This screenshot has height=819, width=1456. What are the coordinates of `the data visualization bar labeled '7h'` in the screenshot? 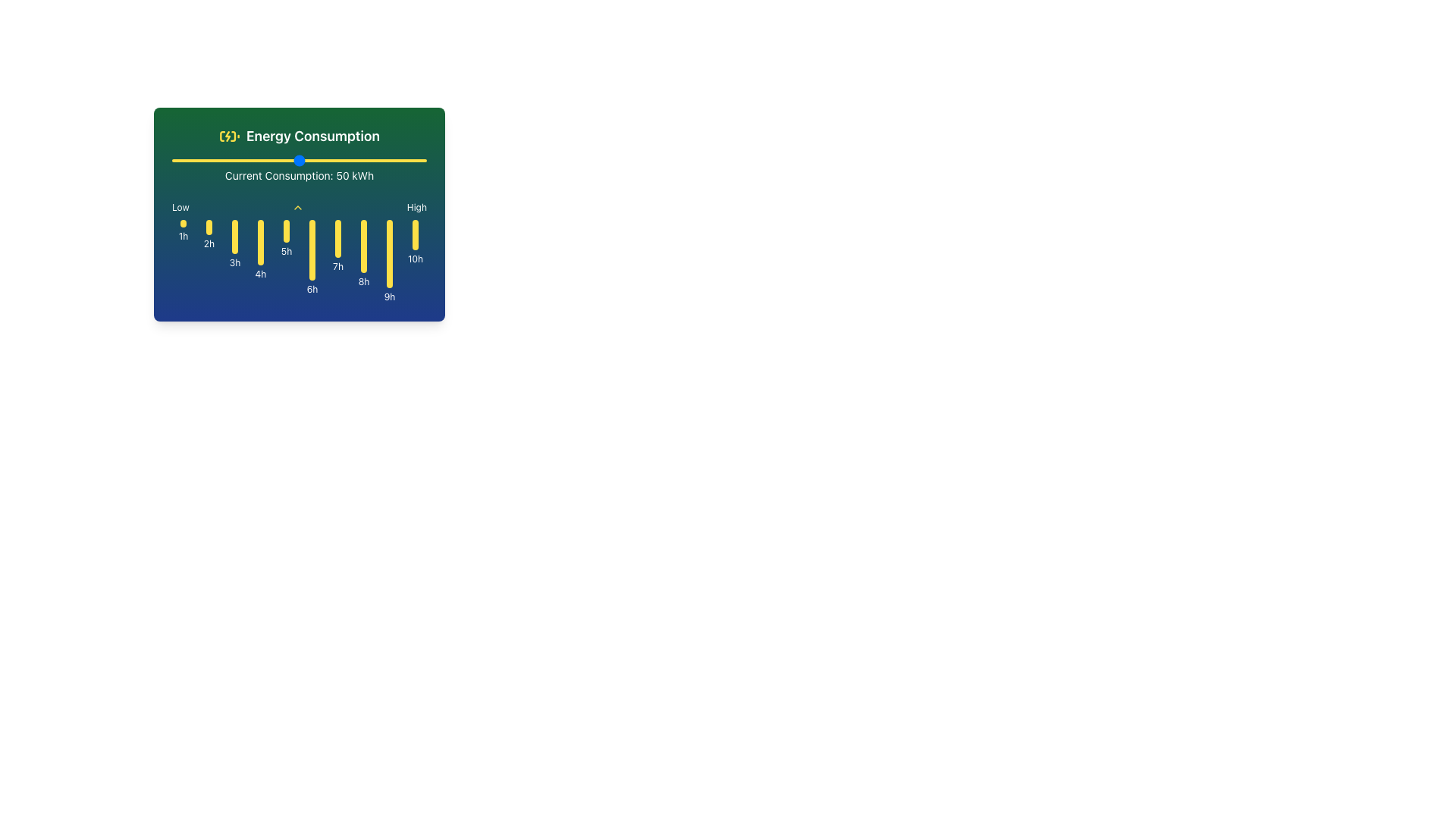 It's located at (337, 260).